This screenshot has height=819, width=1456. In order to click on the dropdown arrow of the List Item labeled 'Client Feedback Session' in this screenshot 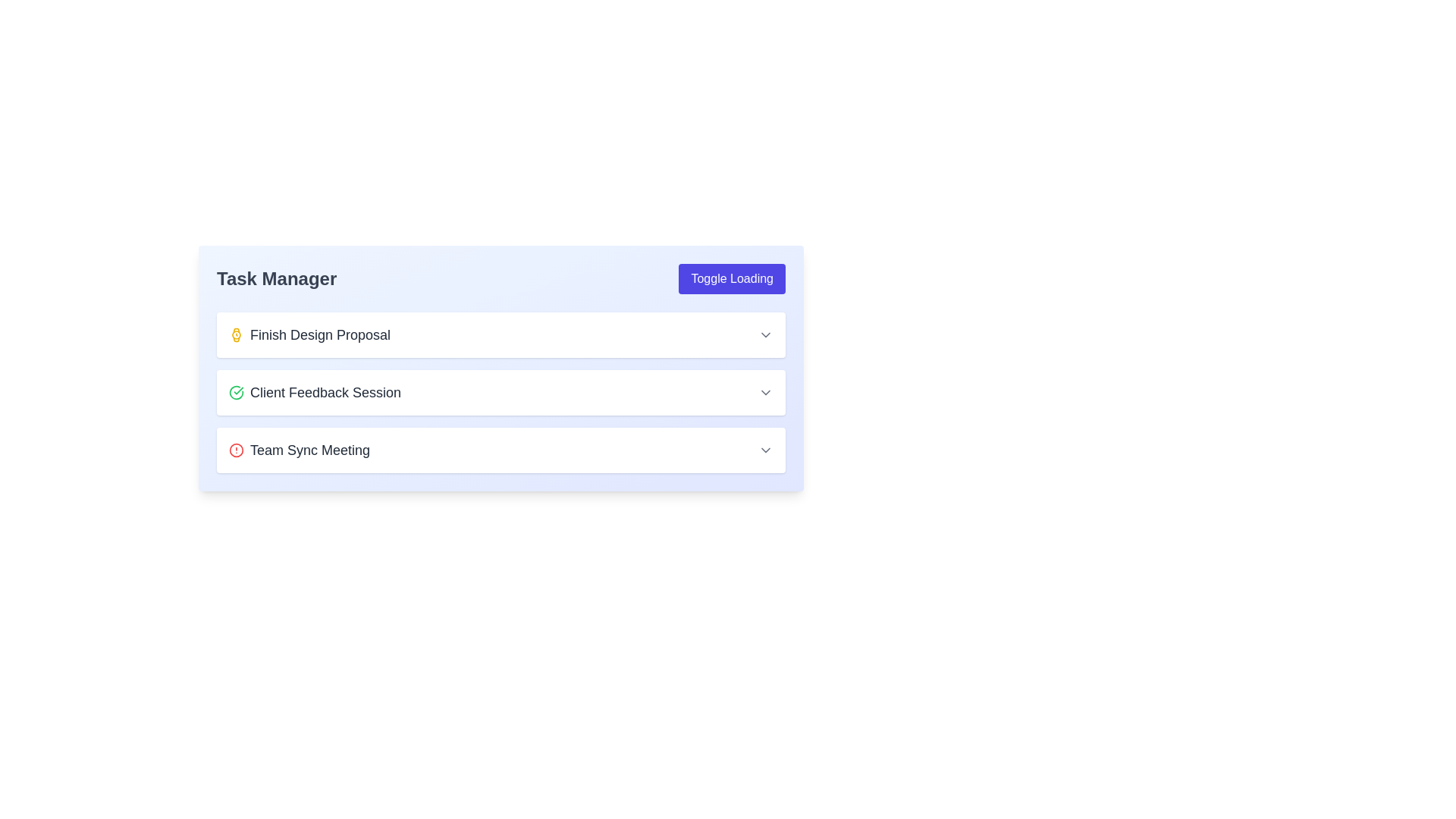, I will do `click(501, 391)`.